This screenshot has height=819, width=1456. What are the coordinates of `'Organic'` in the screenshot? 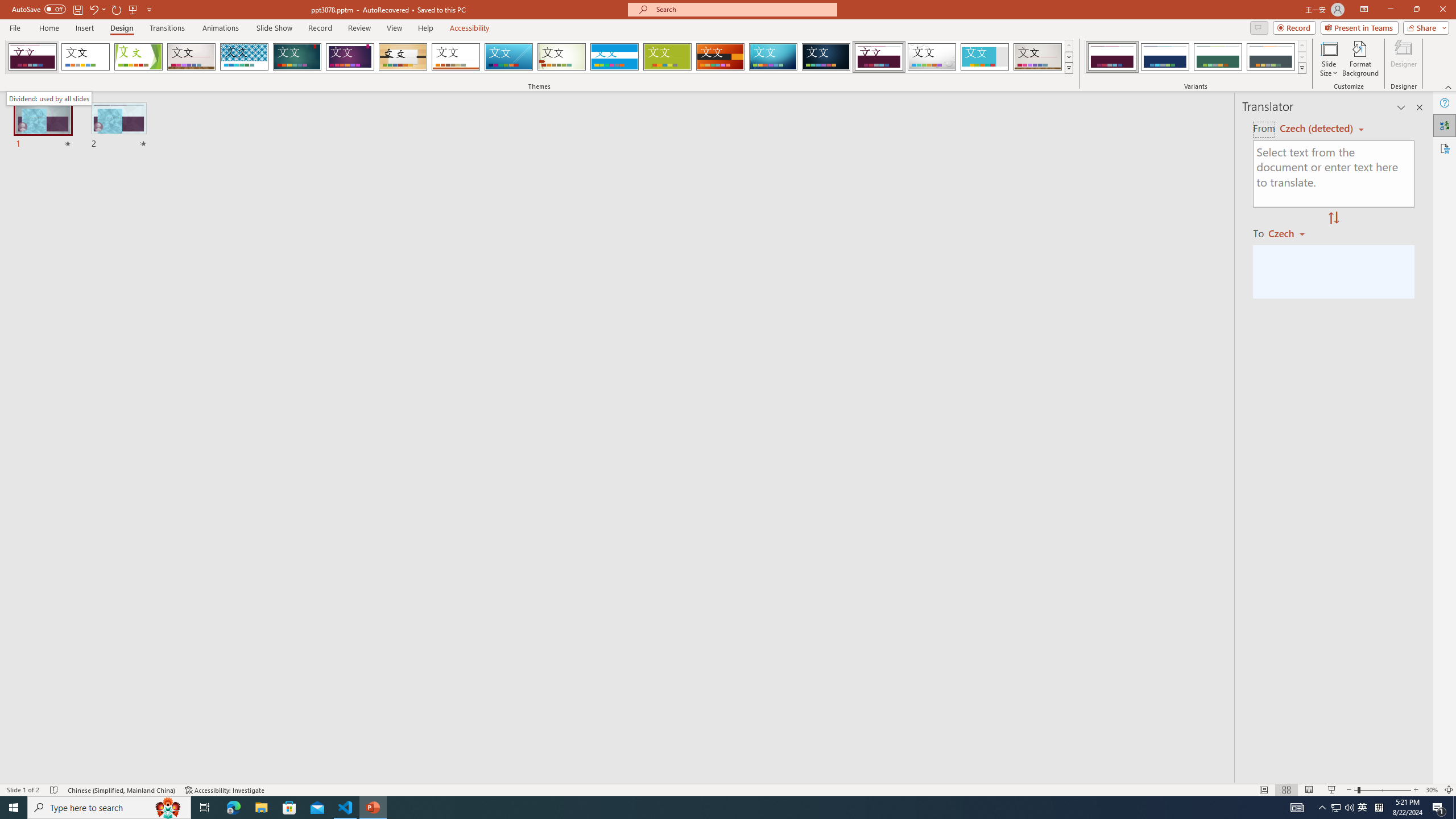 It's located at (403, 56).